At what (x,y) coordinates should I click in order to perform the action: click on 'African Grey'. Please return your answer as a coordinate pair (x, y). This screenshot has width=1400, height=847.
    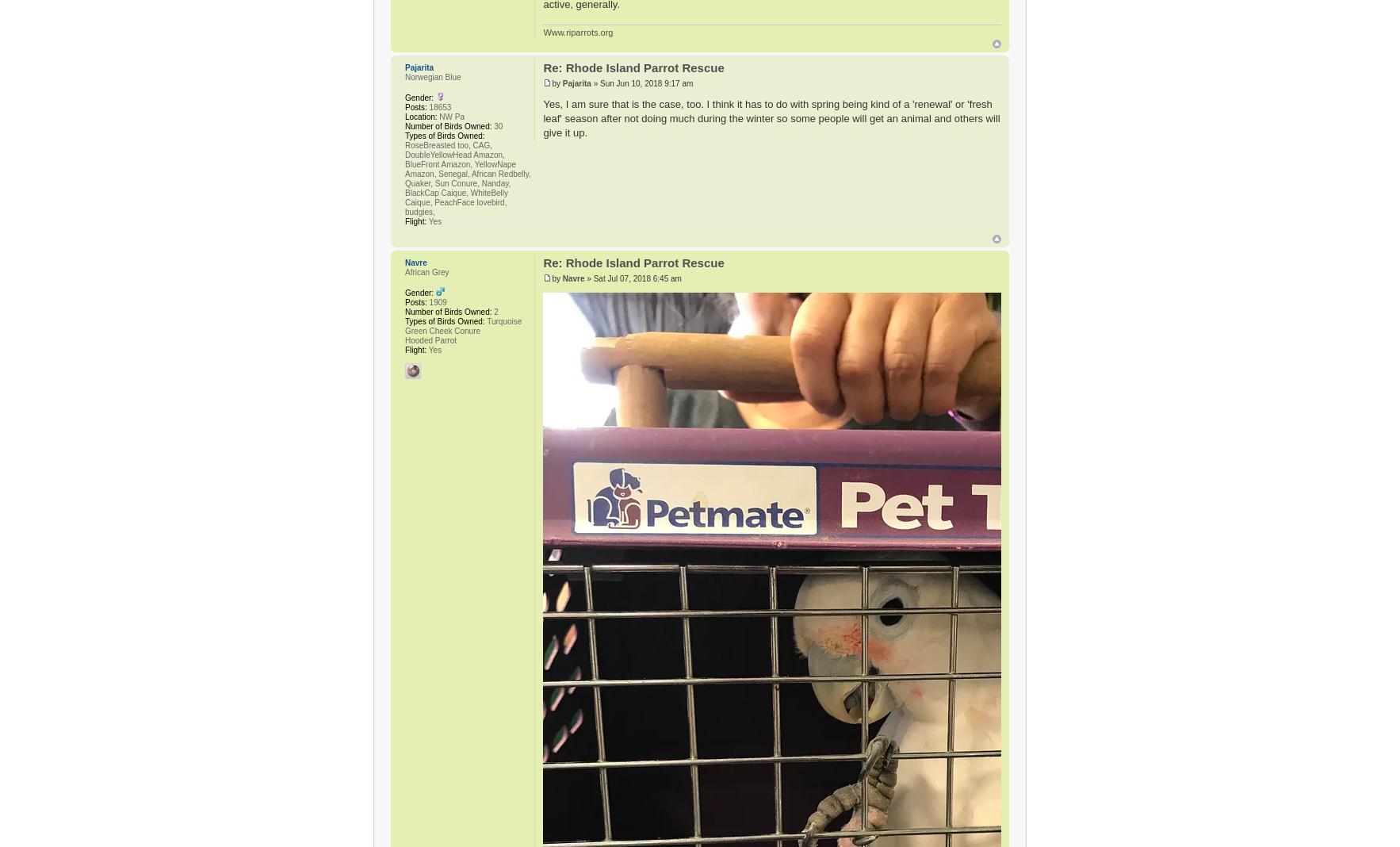
    Looking at the image, I should click on (427, 270).